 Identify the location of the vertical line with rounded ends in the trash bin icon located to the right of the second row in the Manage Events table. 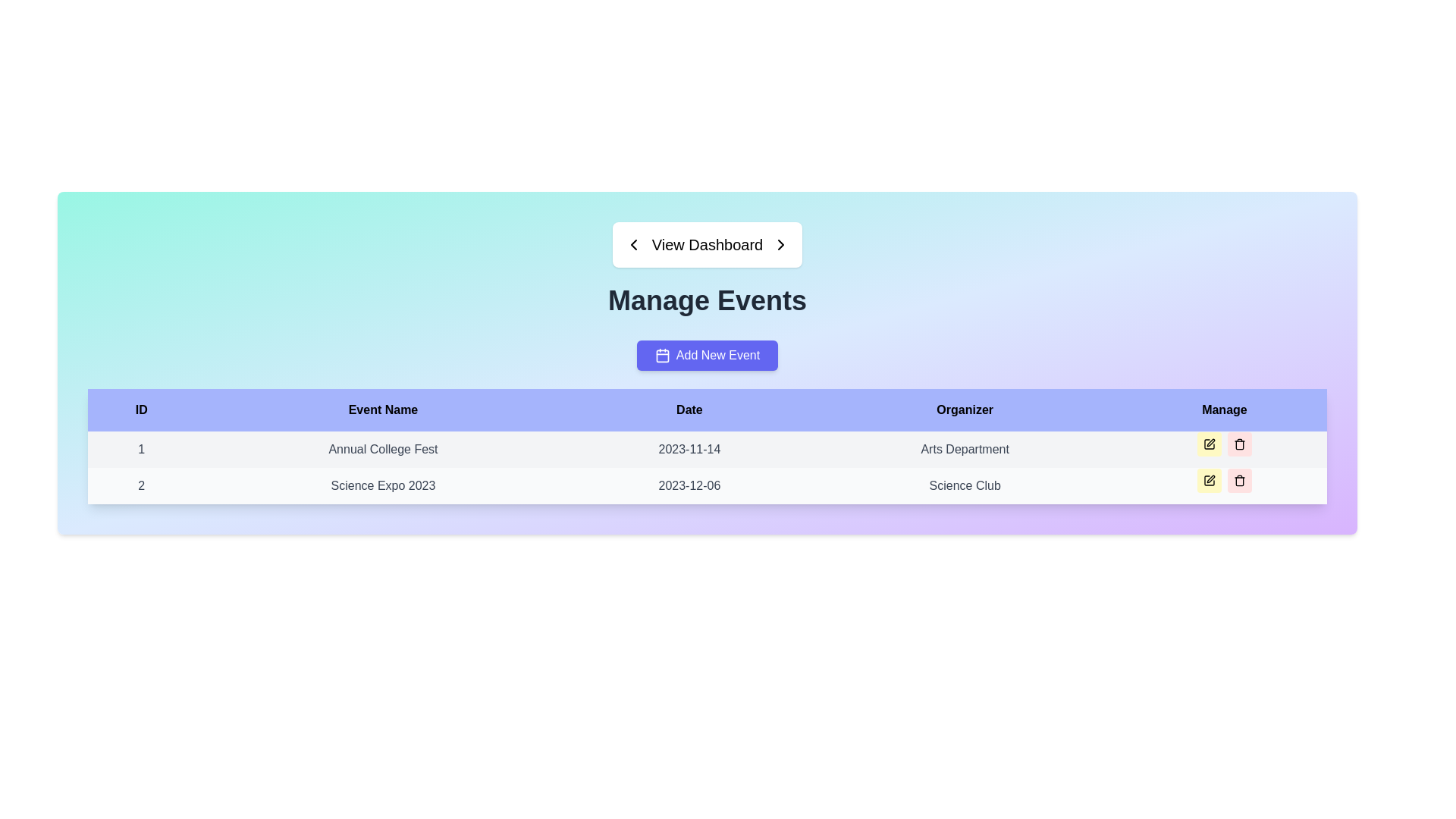
(1239, 482).